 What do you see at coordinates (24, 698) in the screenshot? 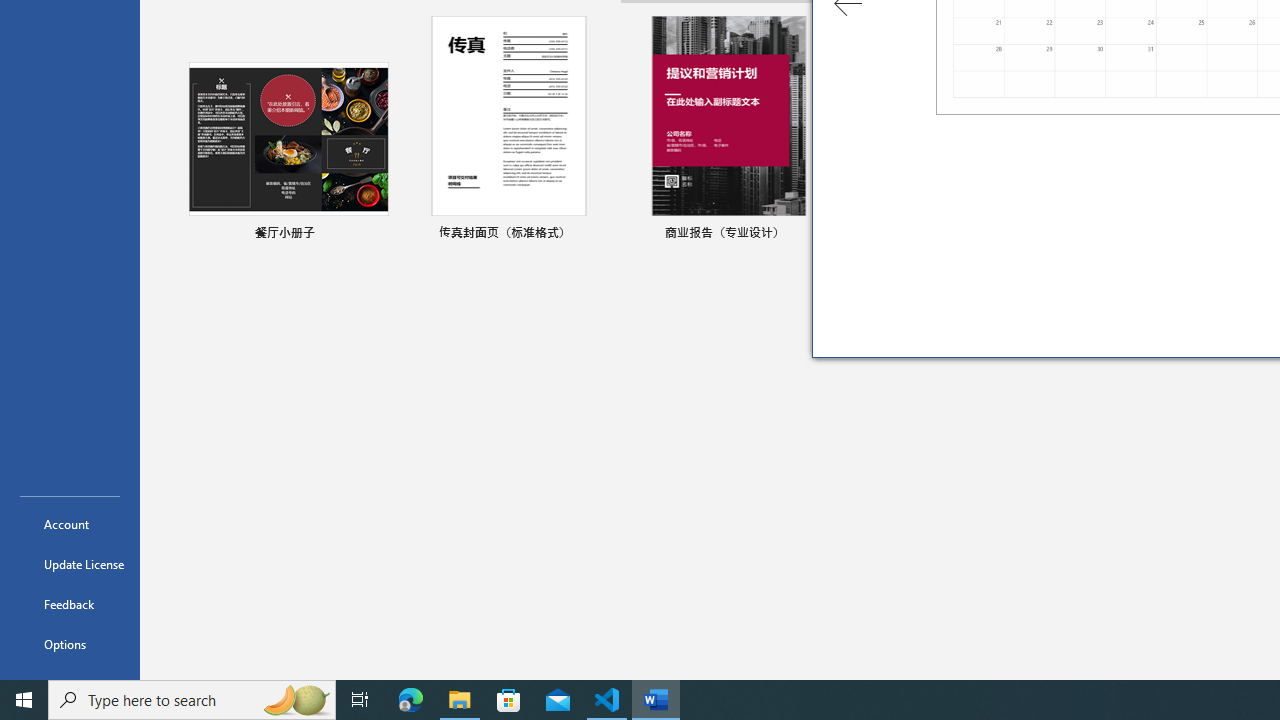
I see `'Start'` at bounding box center [24, 698].